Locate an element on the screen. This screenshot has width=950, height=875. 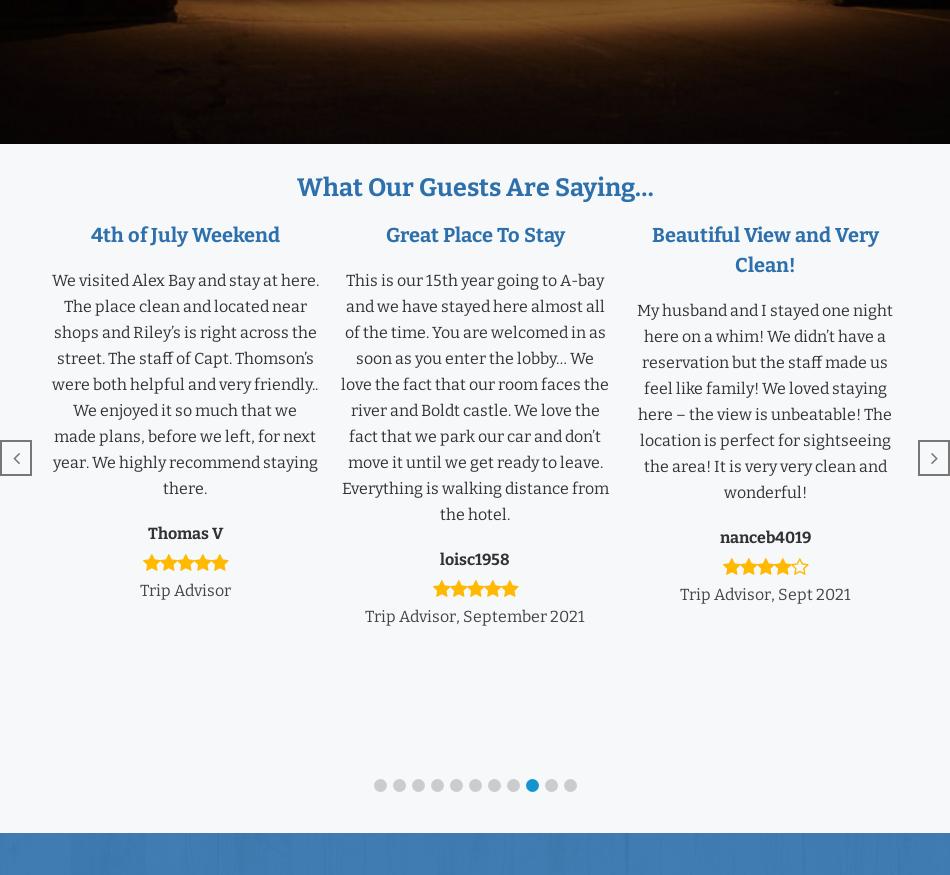
'Great Place To Stay' is located at coordinates (473, 235).